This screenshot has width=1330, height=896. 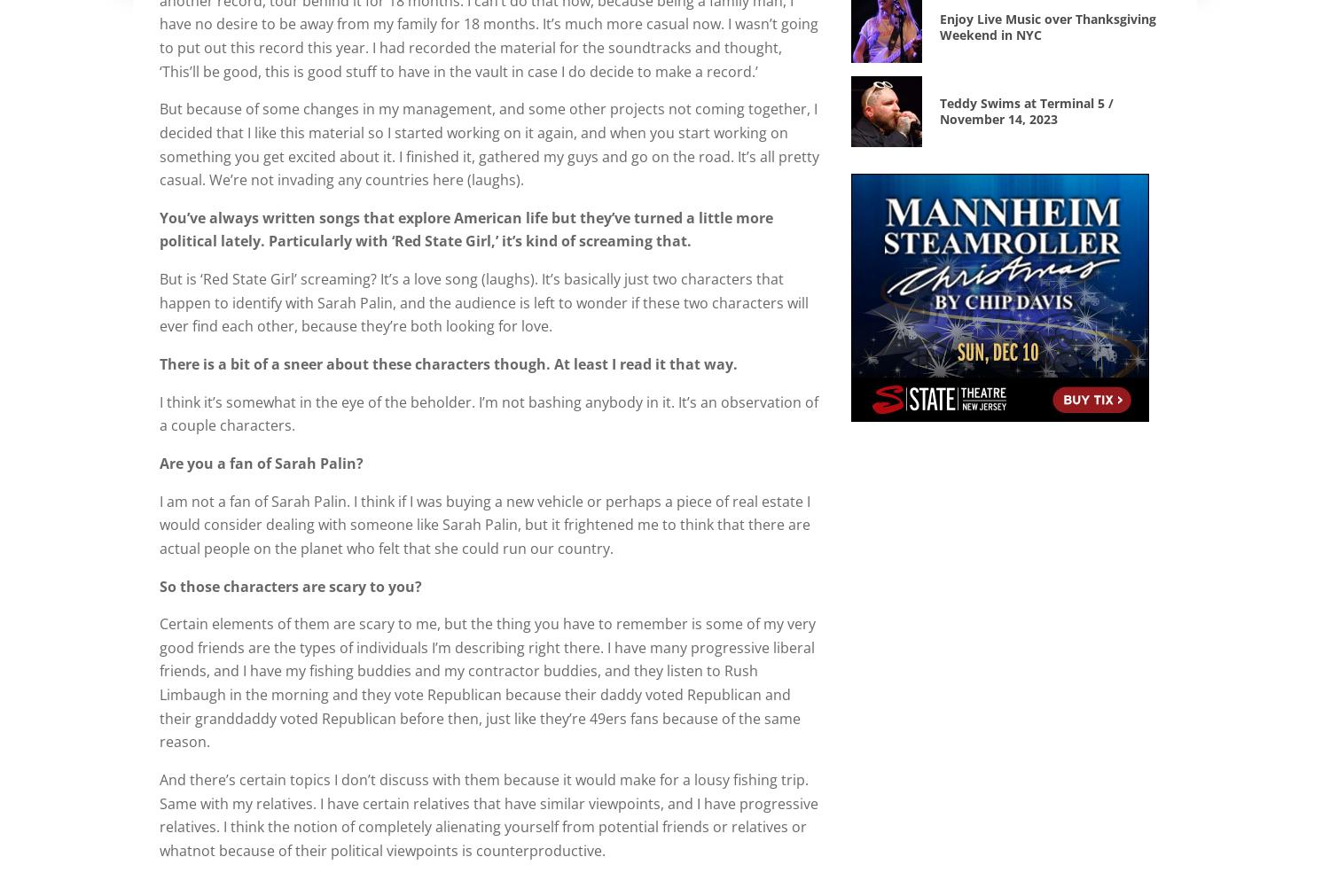 I want to click on 'Teddy Swims at Terminal 5 / November 14, 2023', so click(x=940, y=109).